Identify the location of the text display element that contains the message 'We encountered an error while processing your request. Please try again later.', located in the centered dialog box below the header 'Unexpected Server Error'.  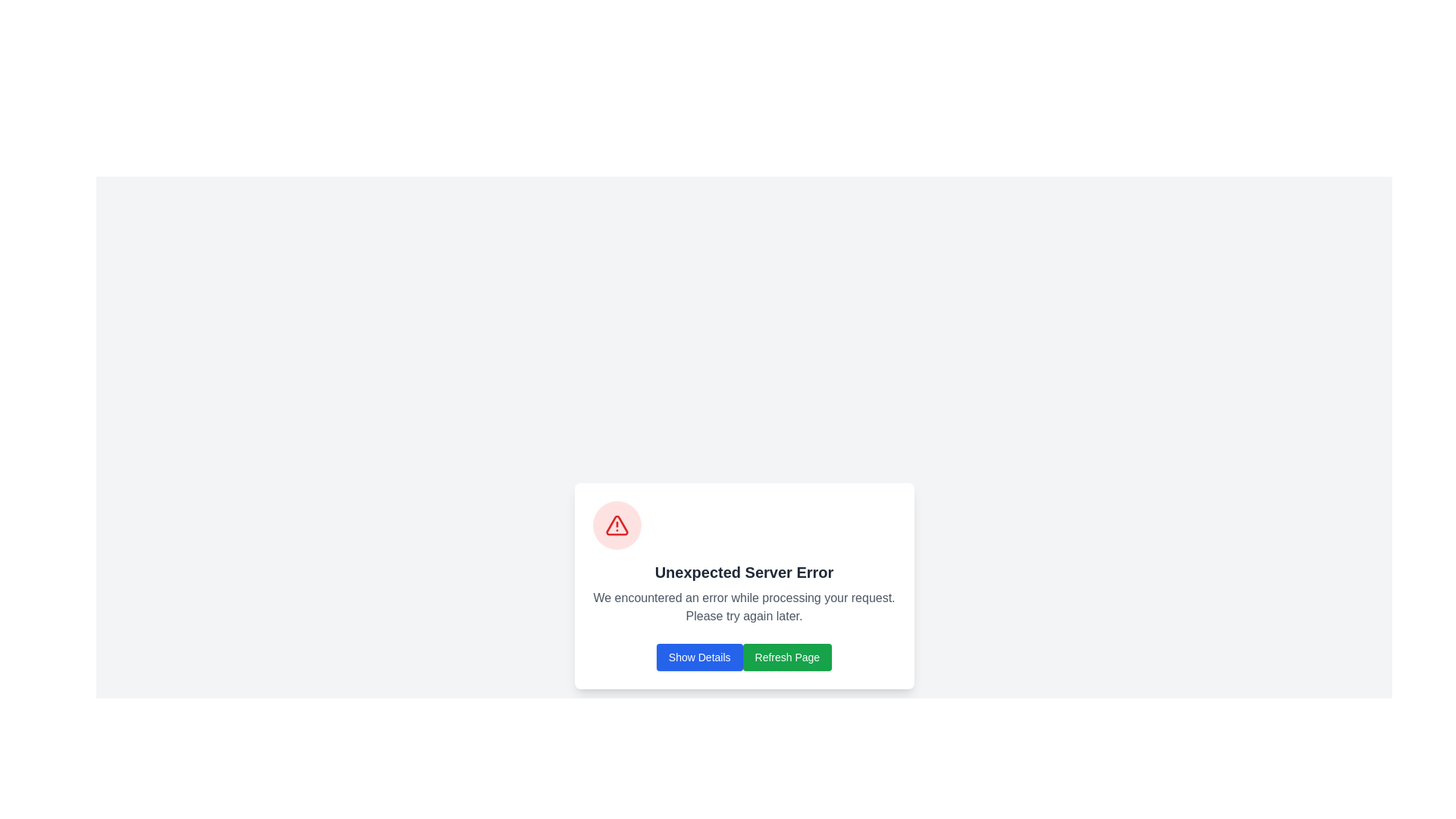
(744, 607).